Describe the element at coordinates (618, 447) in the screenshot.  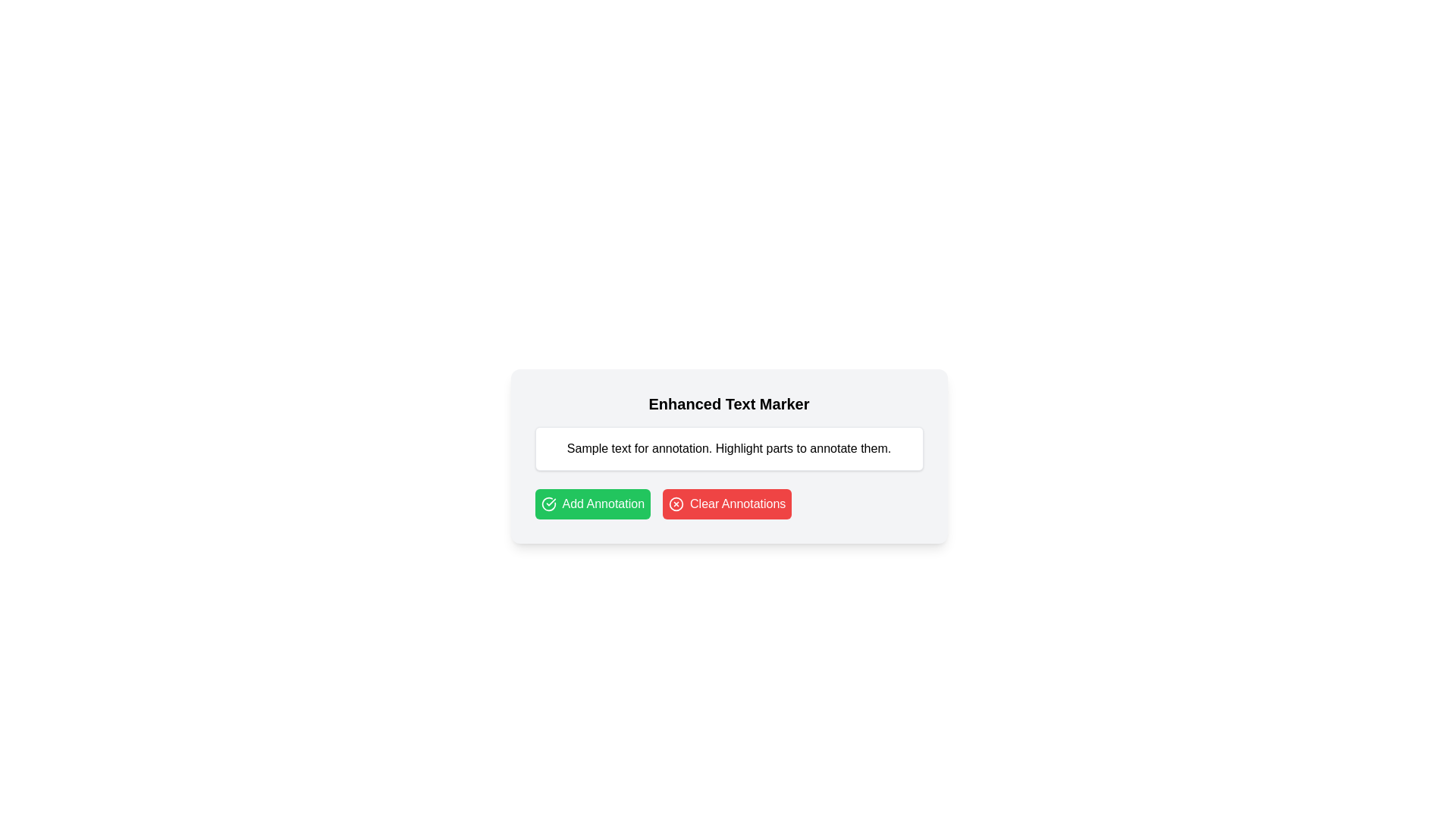
I see `the letter 'e' in the text 'Sample text for annotation' located in the primary text box under the heading 'Enhanced Text Marker.'` at that location.